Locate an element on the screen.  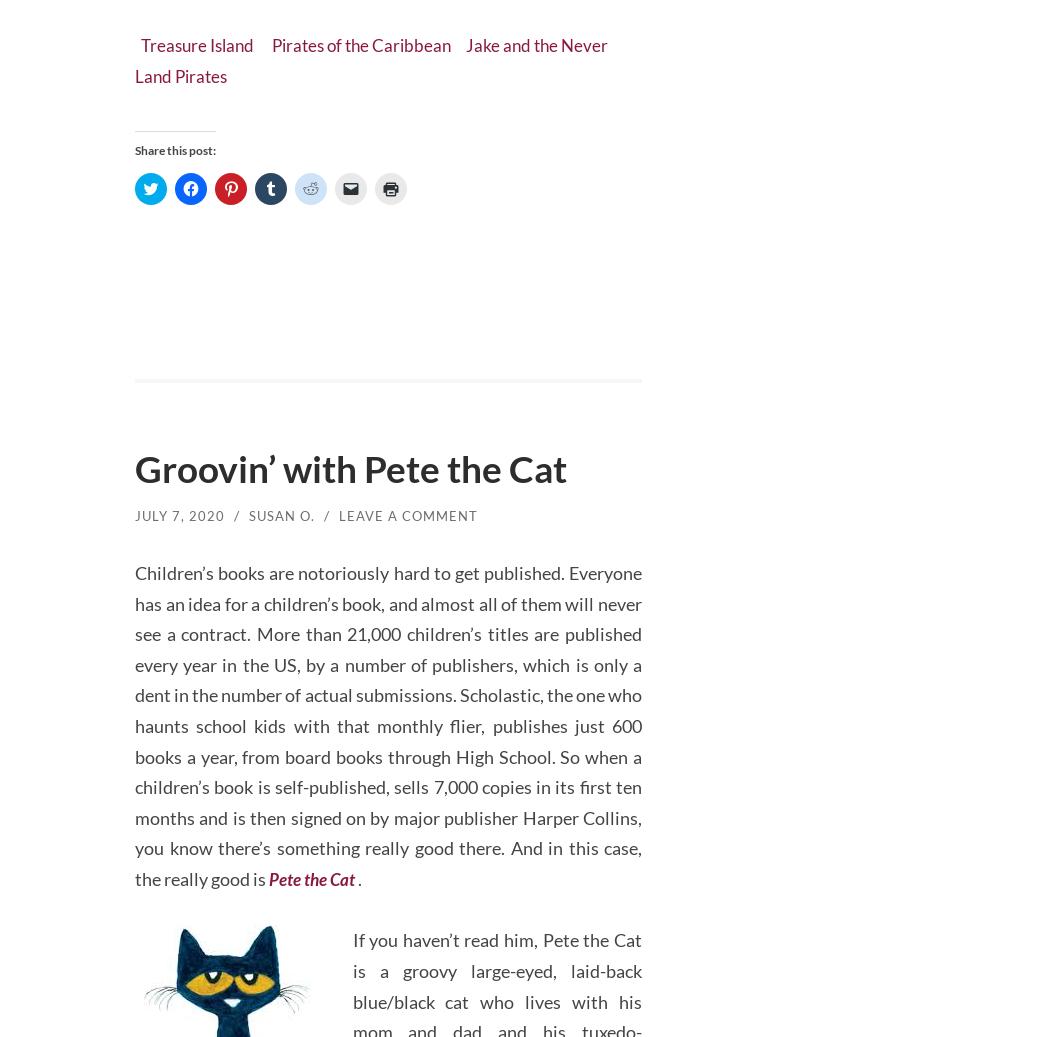
'Pete the Cat' is located at coordinates (268, 869).